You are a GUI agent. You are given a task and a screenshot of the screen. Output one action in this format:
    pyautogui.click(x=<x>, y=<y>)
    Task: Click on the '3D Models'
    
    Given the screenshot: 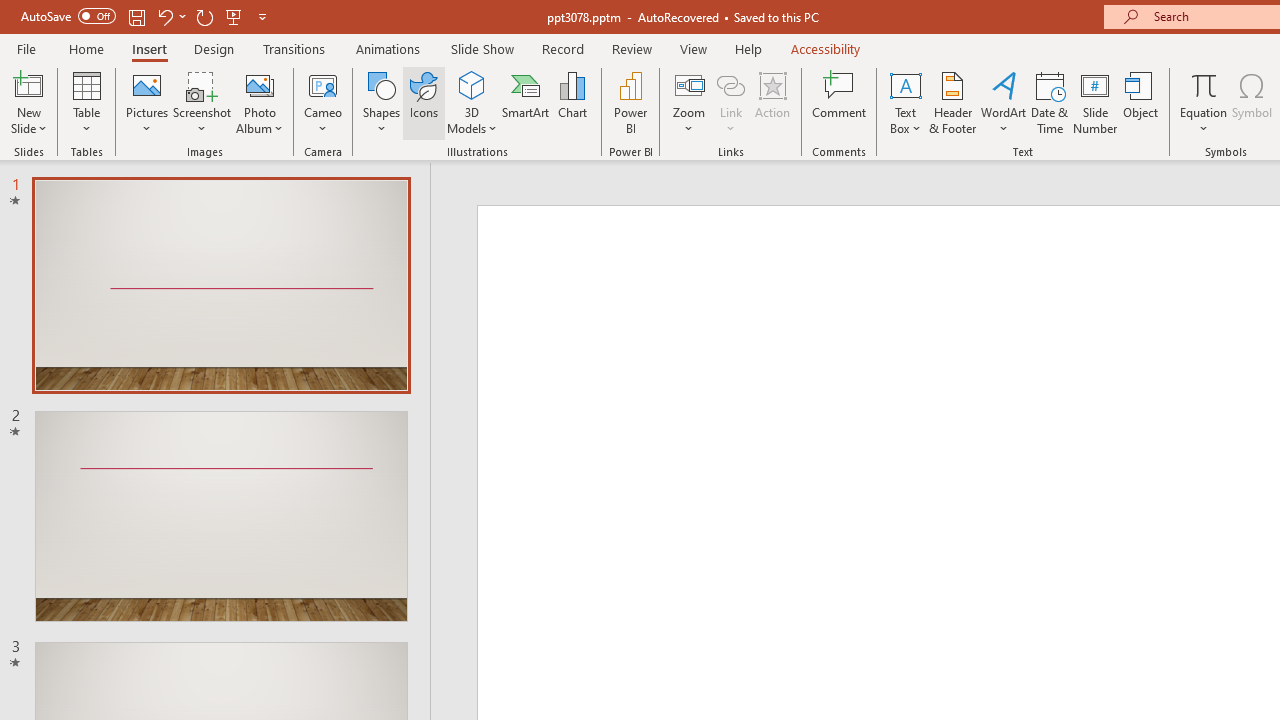 What is the action you would take?
    pyautogui.click(x=471, y=84)
    